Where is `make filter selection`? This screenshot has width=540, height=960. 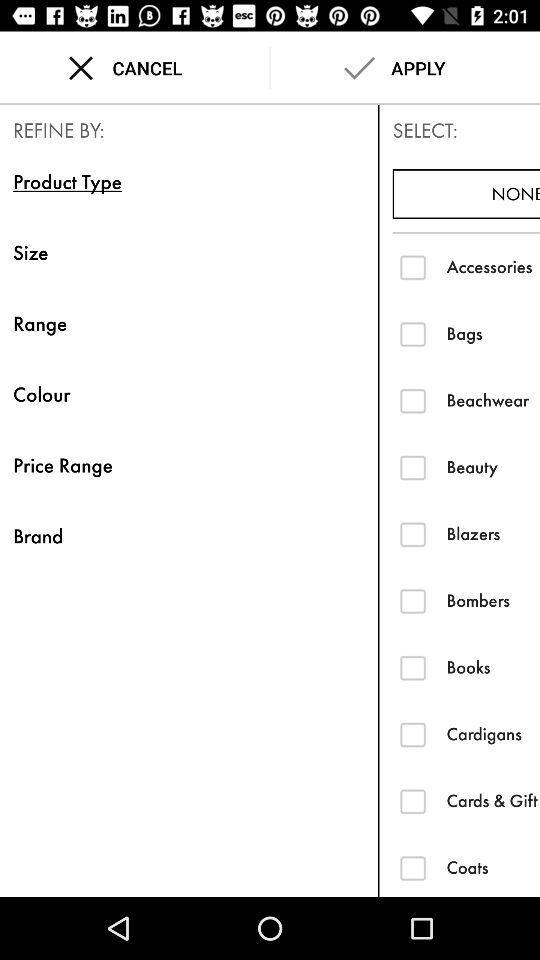
make filter selection is located at coordinates (412, 600).